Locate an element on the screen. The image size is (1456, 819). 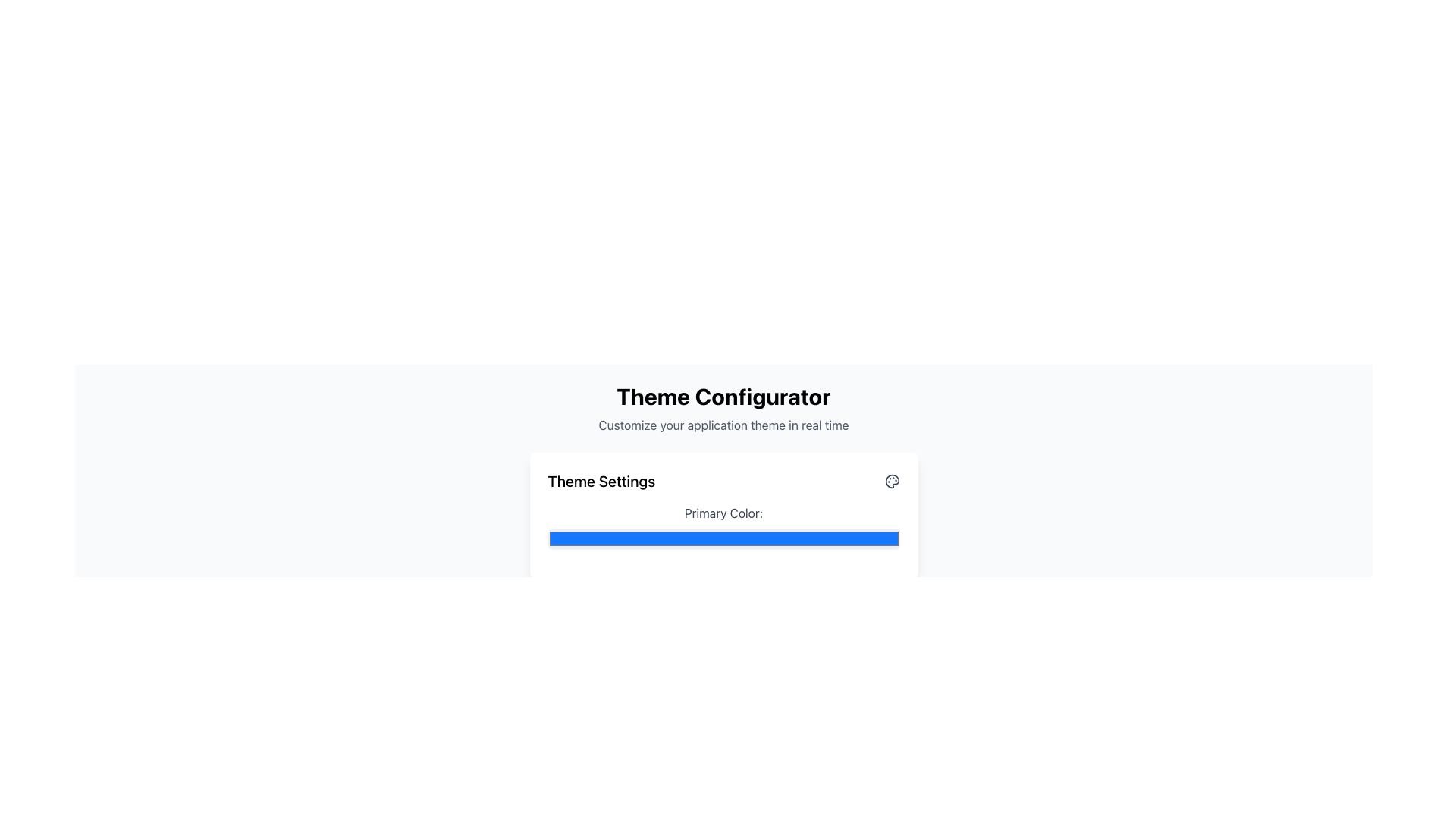
the color selection bar in the Theme Configurator is located at coordinates (723, 515).